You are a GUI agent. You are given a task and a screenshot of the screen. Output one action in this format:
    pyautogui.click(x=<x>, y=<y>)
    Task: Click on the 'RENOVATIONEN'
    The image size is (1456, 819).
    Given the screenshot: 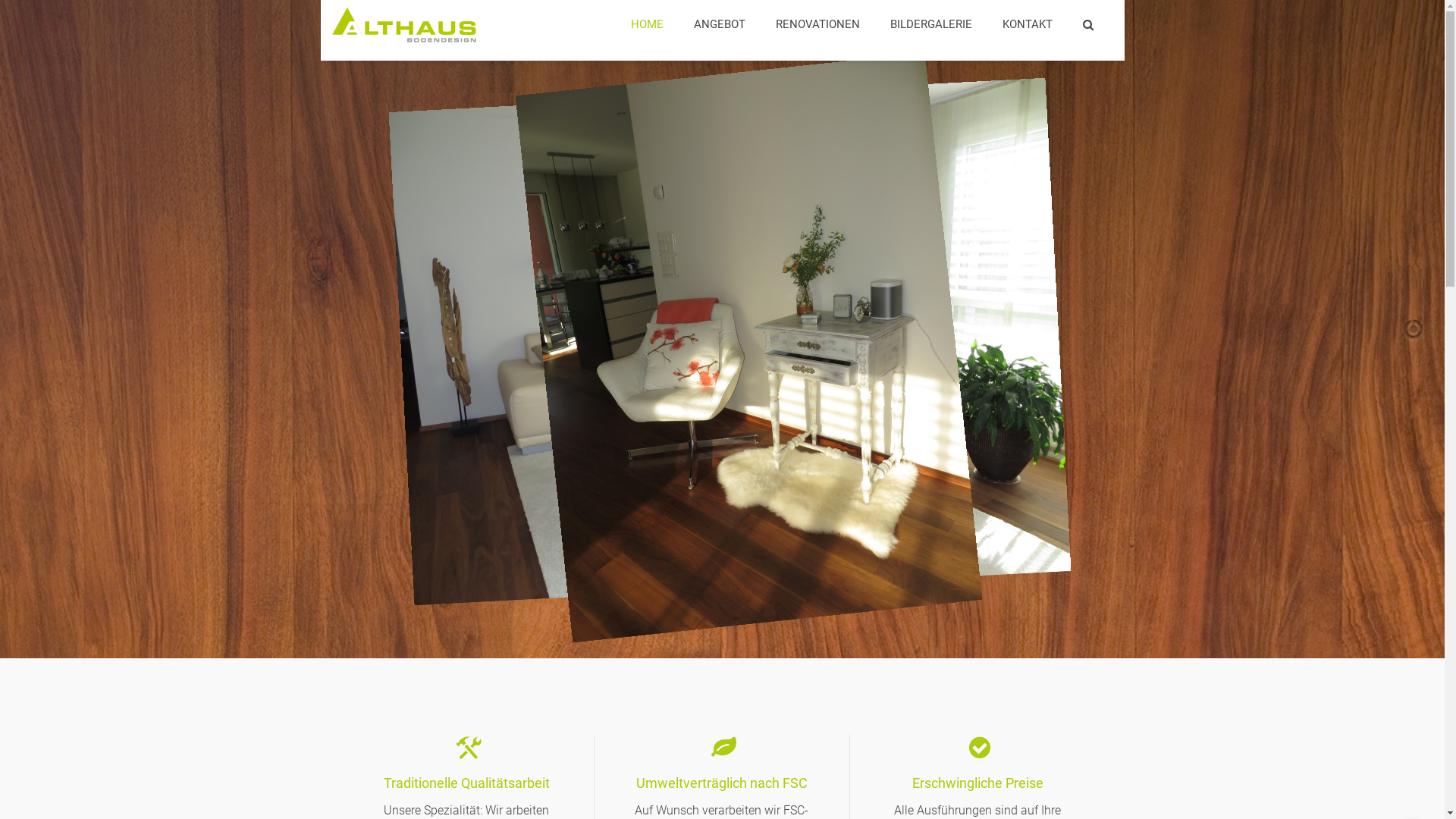 What is the action you would take?
    pyautogui.click(x=816, y=24)
    